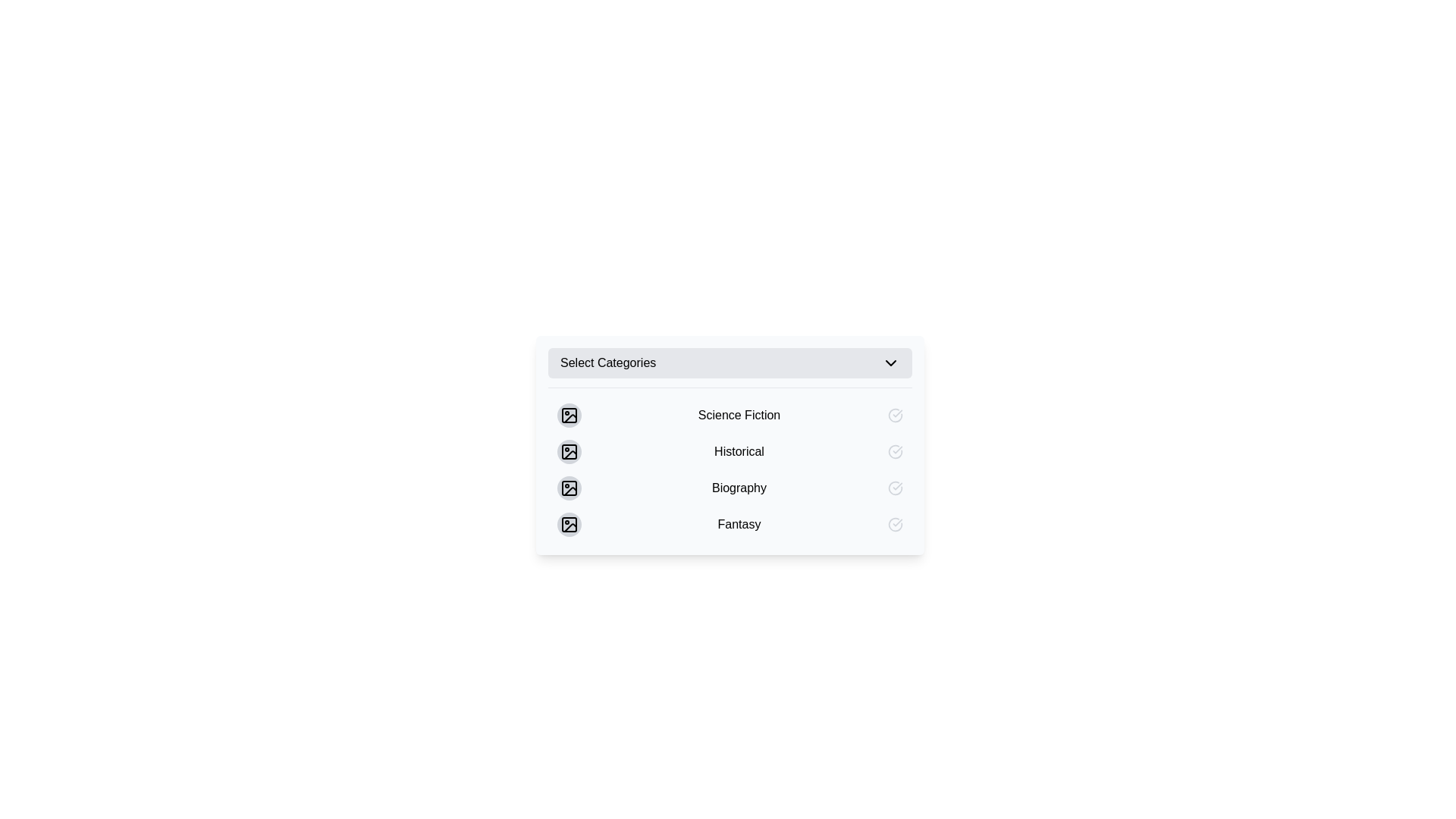 This screenshot has height=819, width=1456. What do you see at coordinates (895, 523) in the screenshot?
I see `the last icon on the right in the 'Fantasy' category row` at bounding box center [895, 523].